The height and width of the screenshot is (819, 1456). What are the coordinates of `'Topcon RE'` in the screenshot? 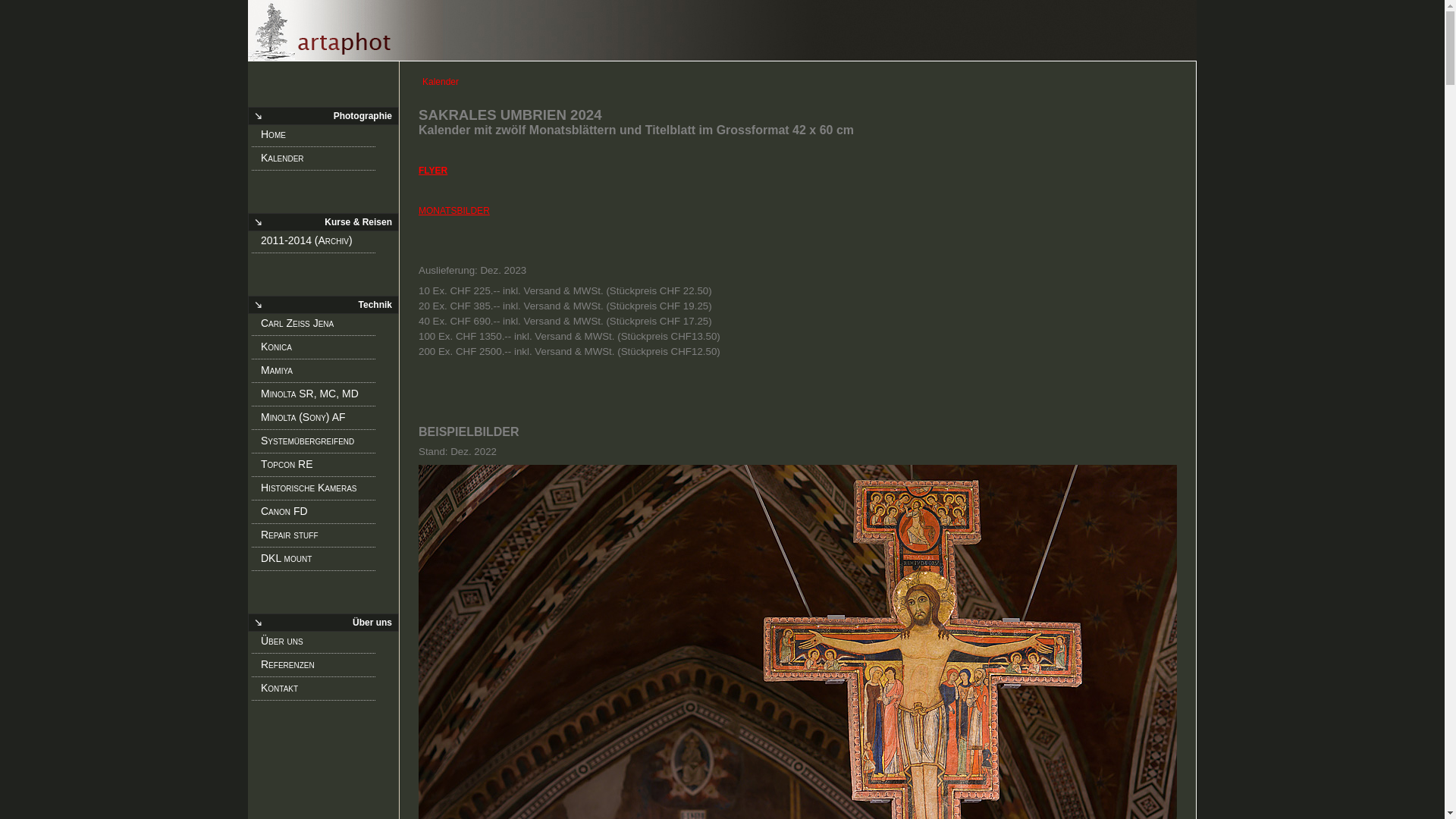 It's located at (318, 466).